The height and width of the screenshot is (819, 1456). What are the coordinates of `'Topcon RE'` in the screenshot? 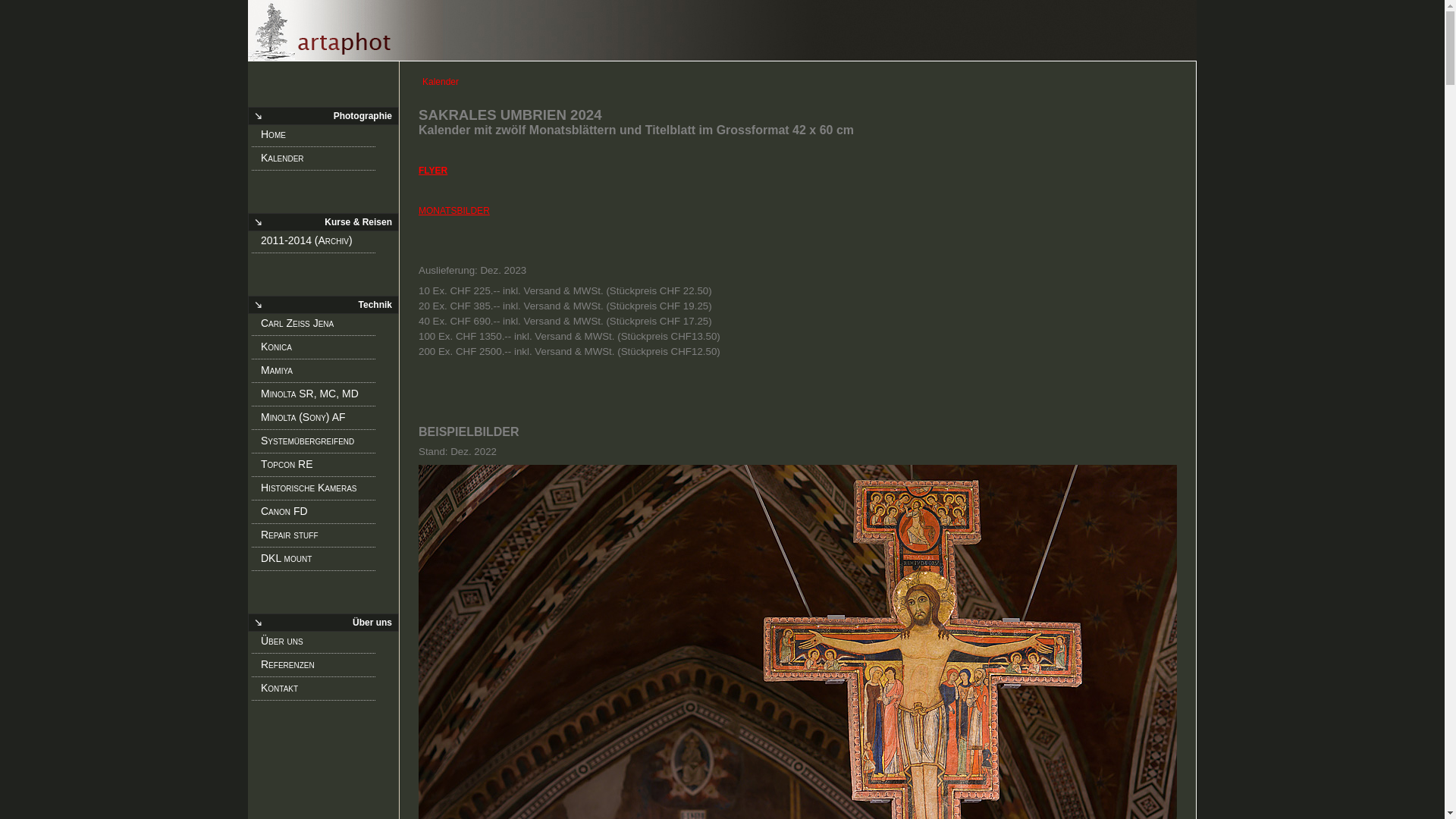 It's located at (318, 466).